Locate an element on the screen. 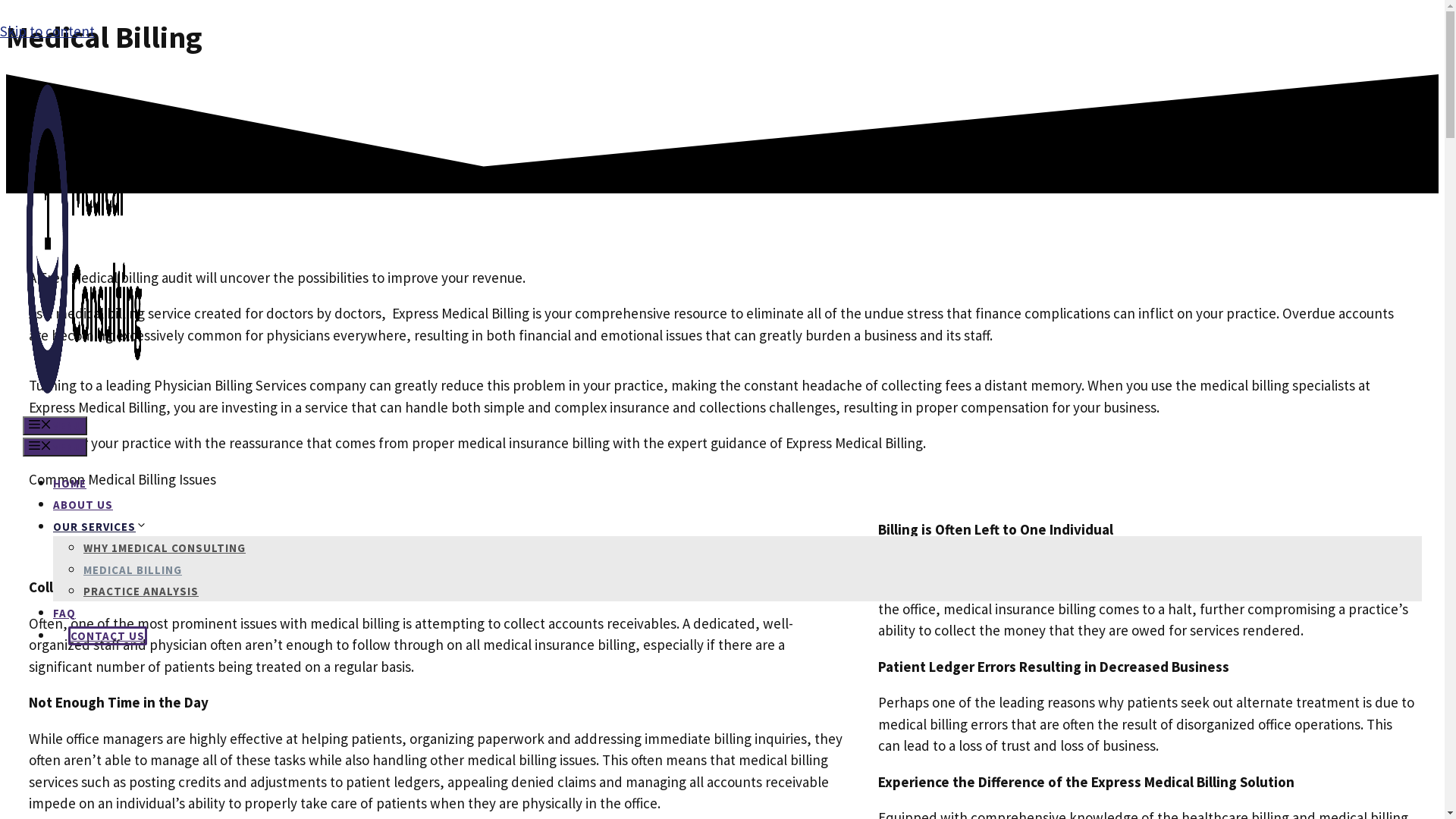  'Skip to content' is located at coordinates (47, 31).